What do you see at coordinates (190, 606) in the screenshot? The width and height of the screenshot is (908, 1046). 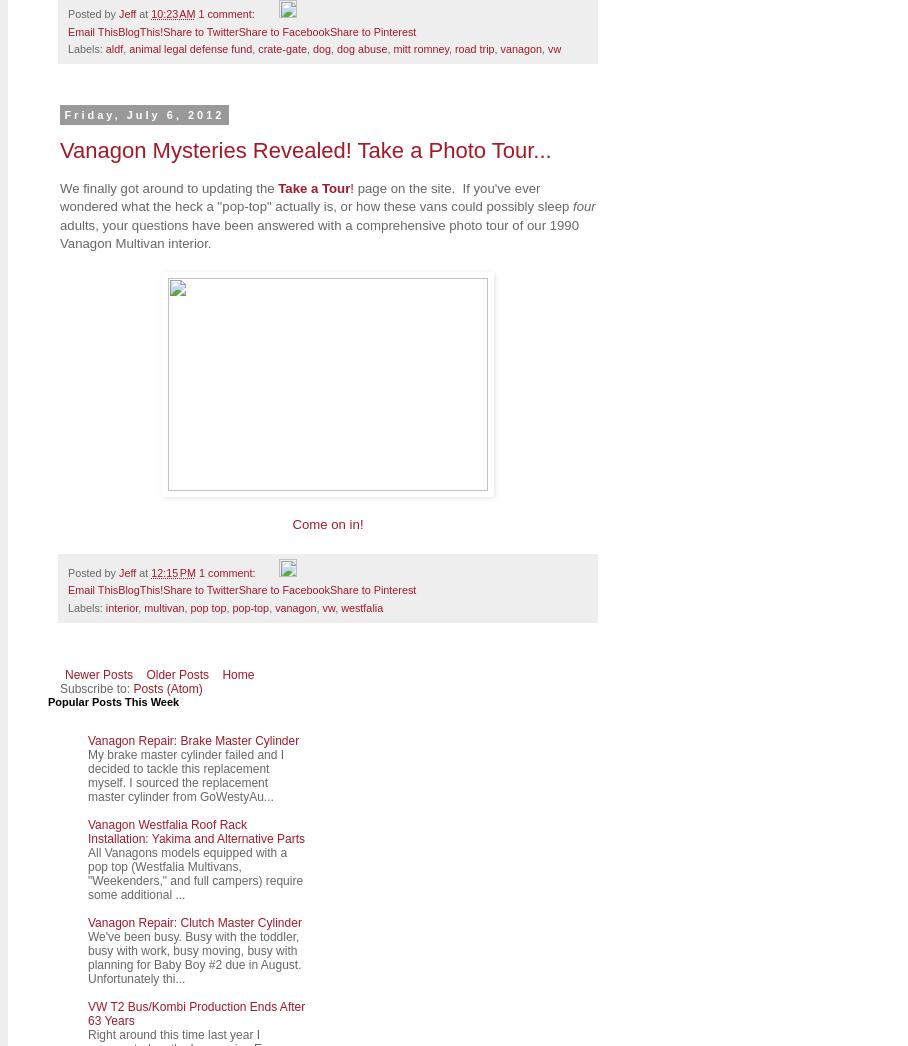 I see `'pop top'` at bounding box center [190, 606].